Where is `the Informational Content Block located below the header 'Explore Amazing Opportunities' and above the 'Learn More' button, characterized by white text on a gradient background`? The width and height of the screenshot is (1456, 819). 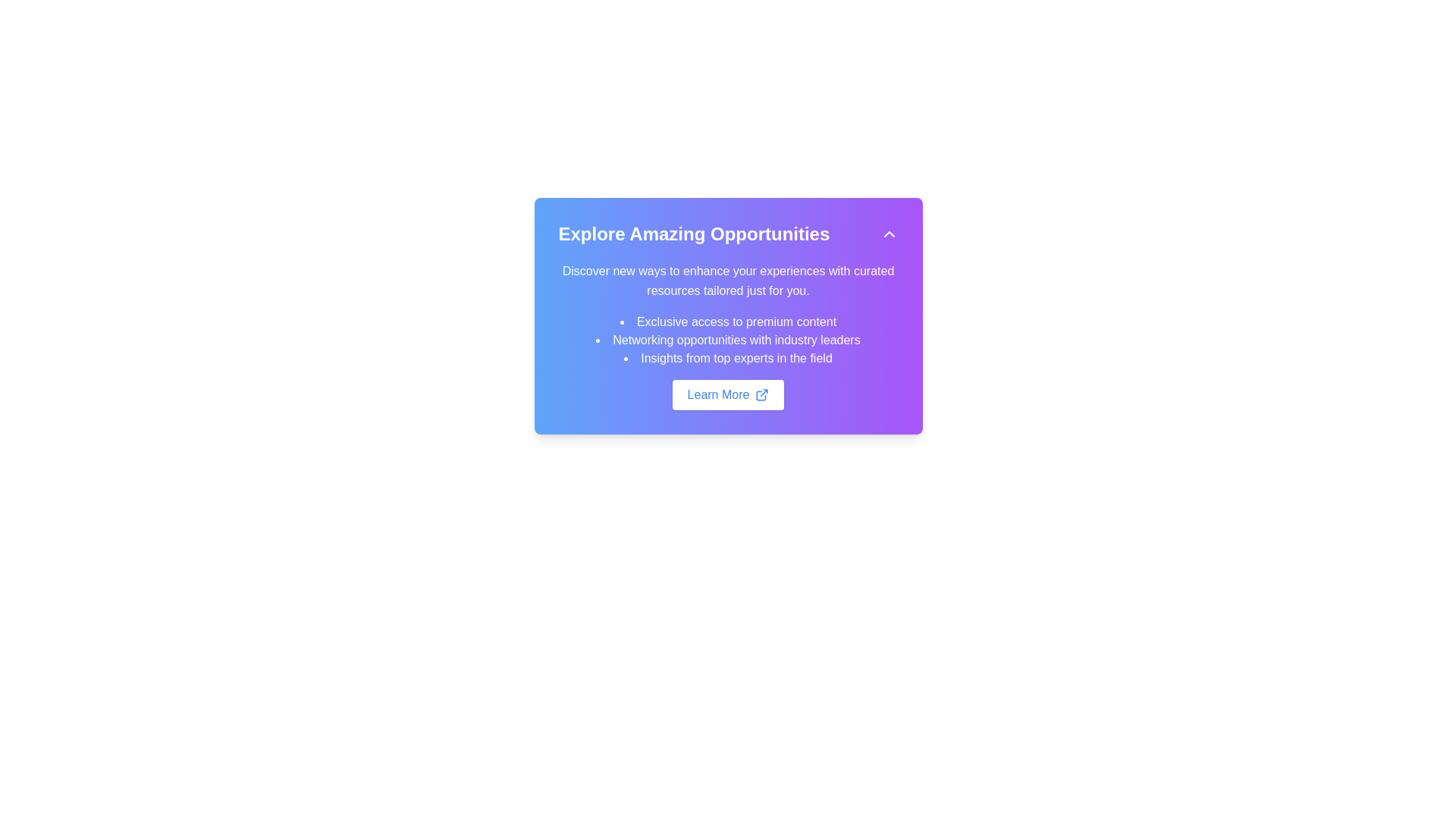
the Informational Content Block located below the header 'Explore Amazing Opportunities' and above the 'Learn More' button, characterized by white text on a gradient background is located at coordinates (728, 335).